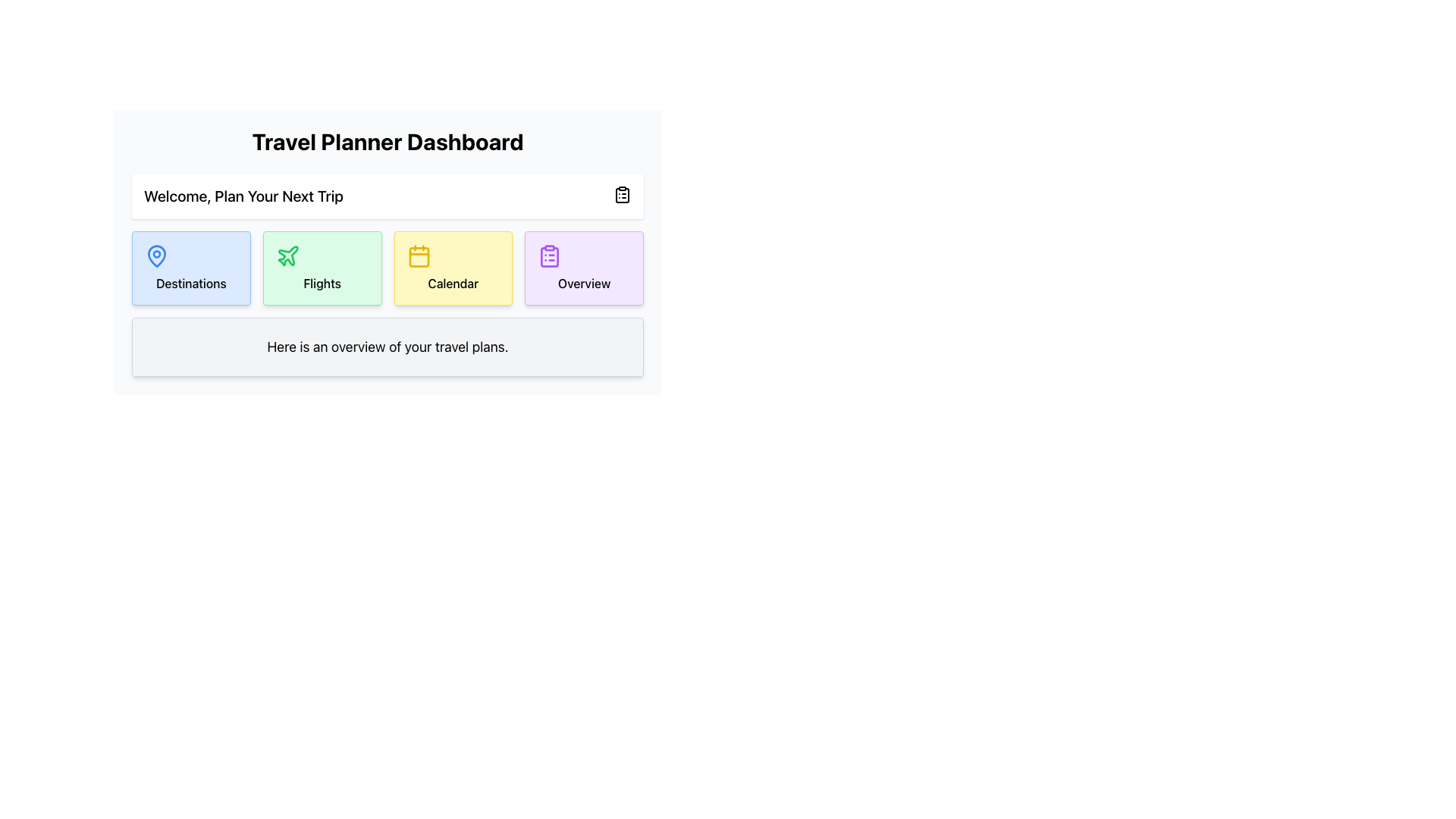  Describe the element at coordinates (549, 256) in the screenshot. I see `the clipboard-shaped icon with list entries inside, styled in purple, located in the Overview card, to interact with the feature it represents` at that location.